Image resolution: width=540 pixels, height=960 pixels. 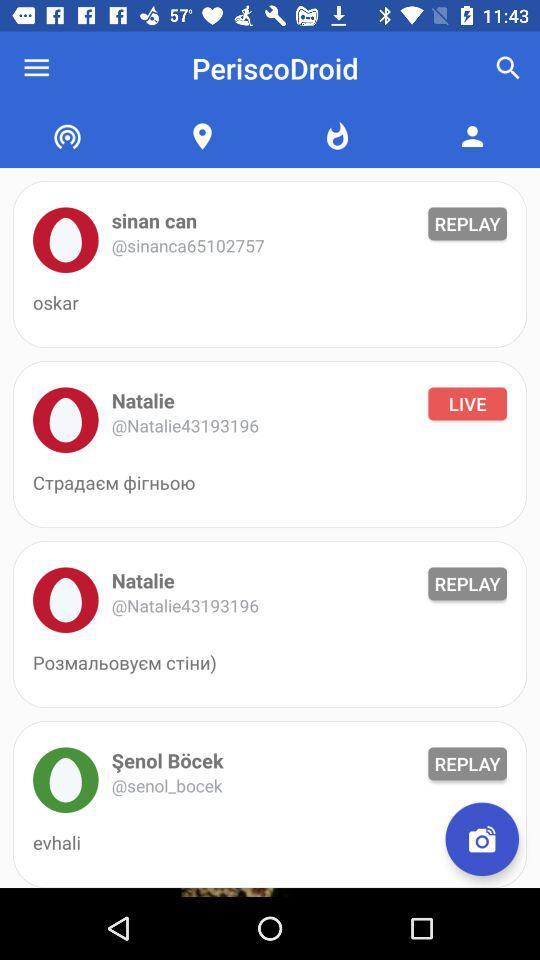 I want to click on item to the right of periscodroid icon, so click(x=508, y=68).